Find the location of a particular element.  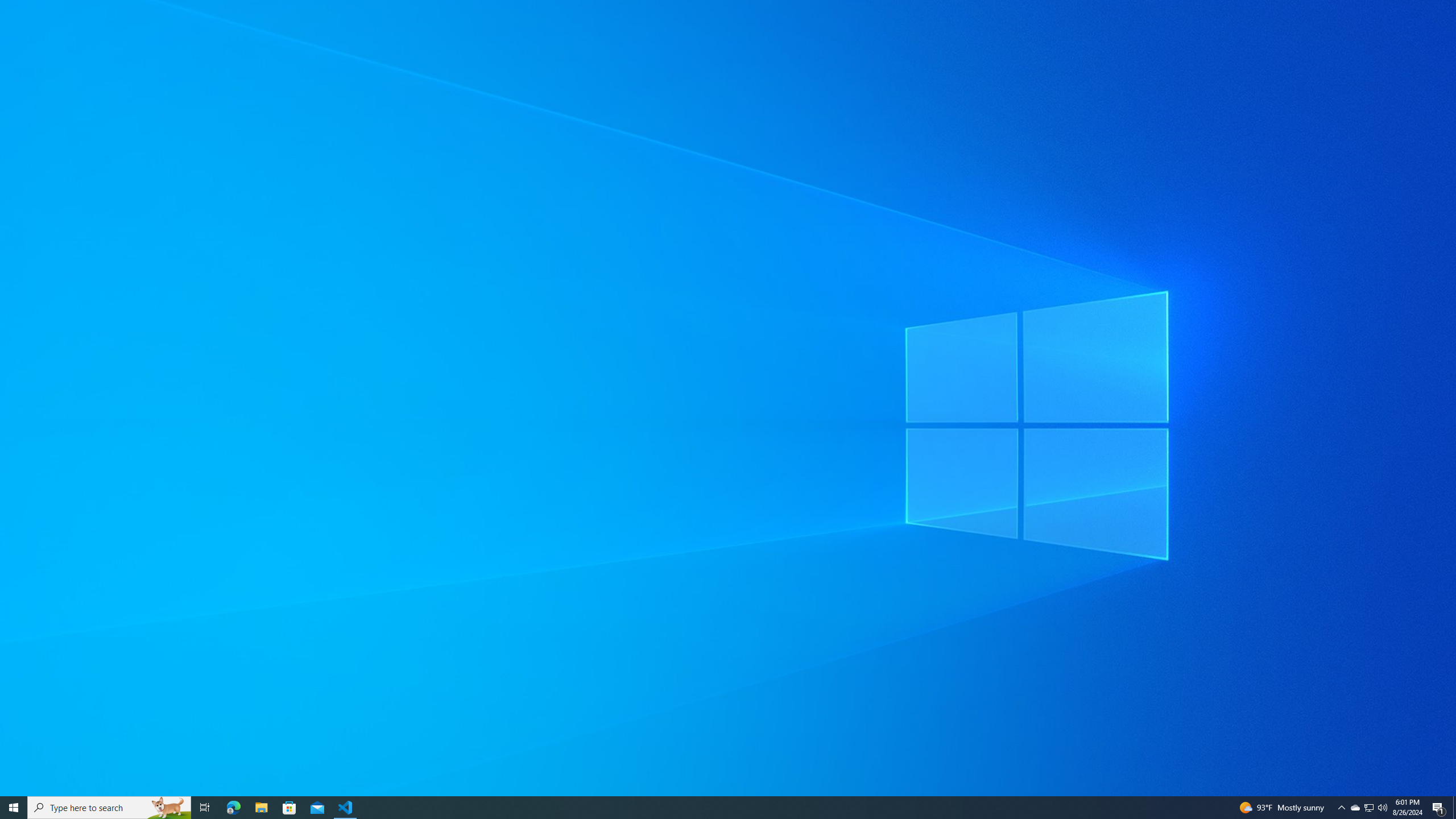

'Show desktop' is located at coordinates (1454, 806).